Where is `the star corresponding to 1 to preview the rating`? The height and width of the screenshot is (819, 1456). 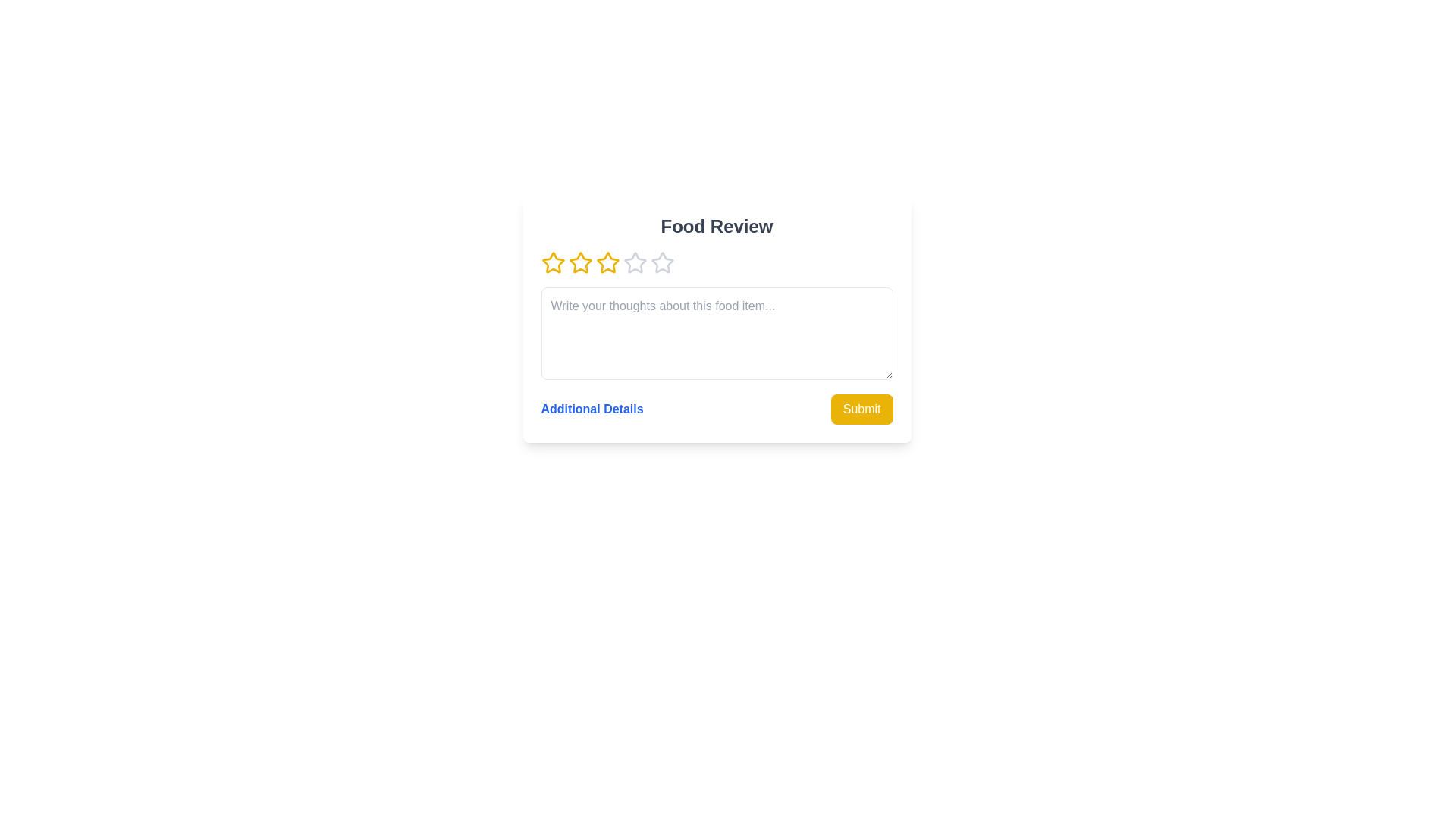 the star corresponding to 1 to preview the rating is located at coordinates (552, 262).